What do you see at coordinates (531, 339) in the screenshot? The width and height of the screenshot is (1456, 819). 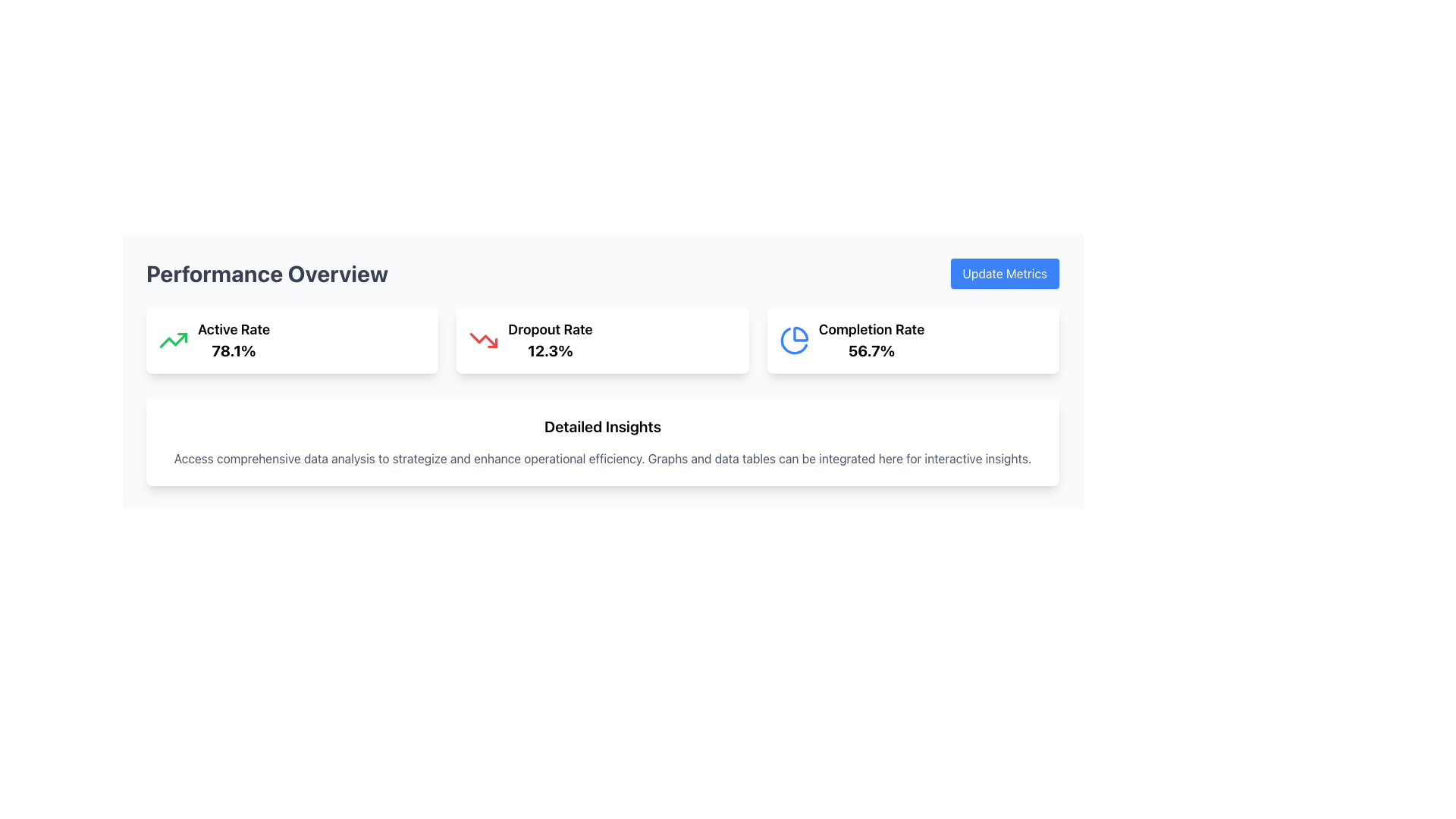 I see `the Informational text group displaying the 'Dropout Rate' performance metric` at bounding box center [531, 339].